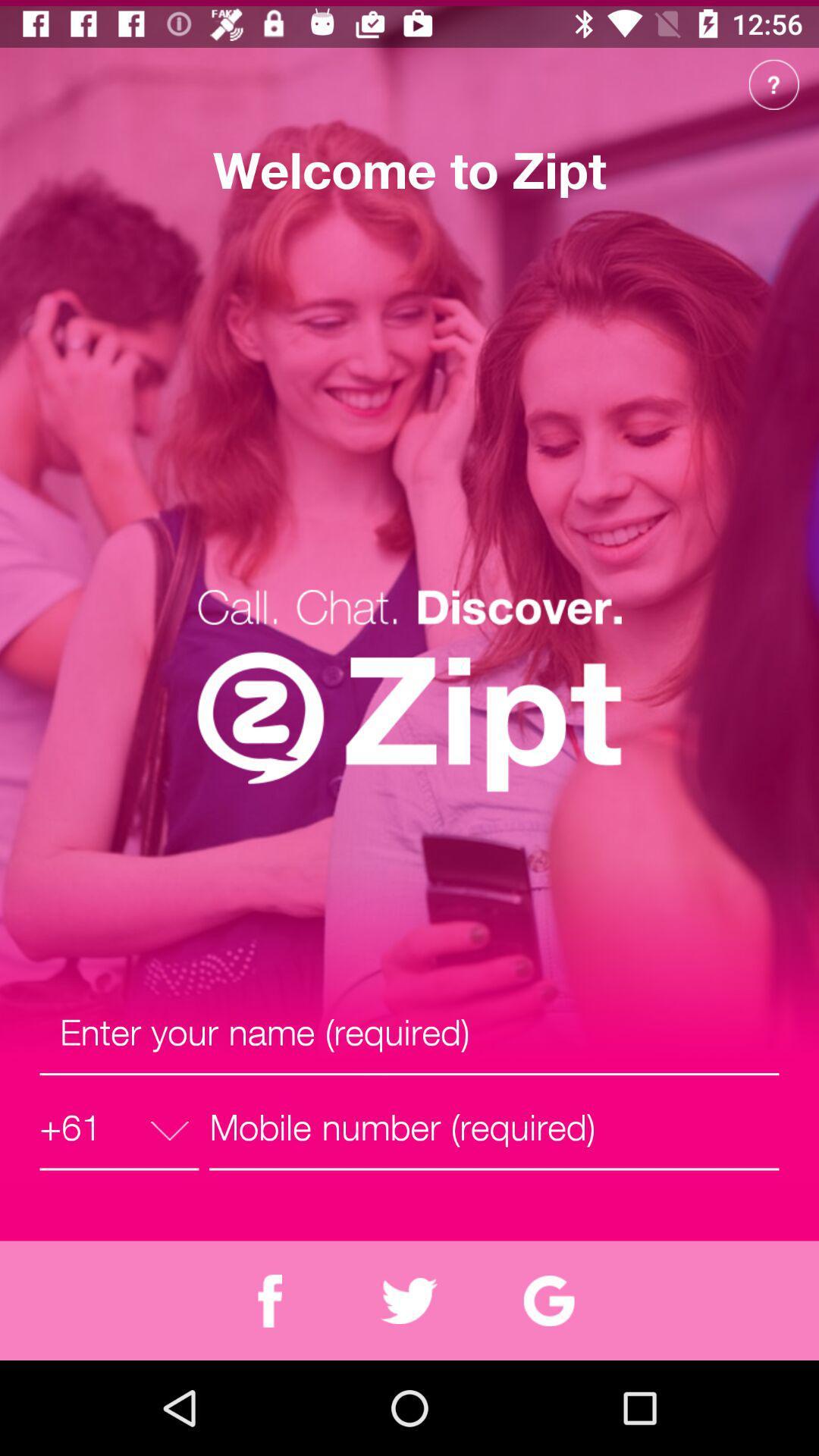 The image size is (819, 1456). What do you see at coordinates (548, 1300) in the screenshot?
I see `the refresh icon` at bounding box center [548, 1300].